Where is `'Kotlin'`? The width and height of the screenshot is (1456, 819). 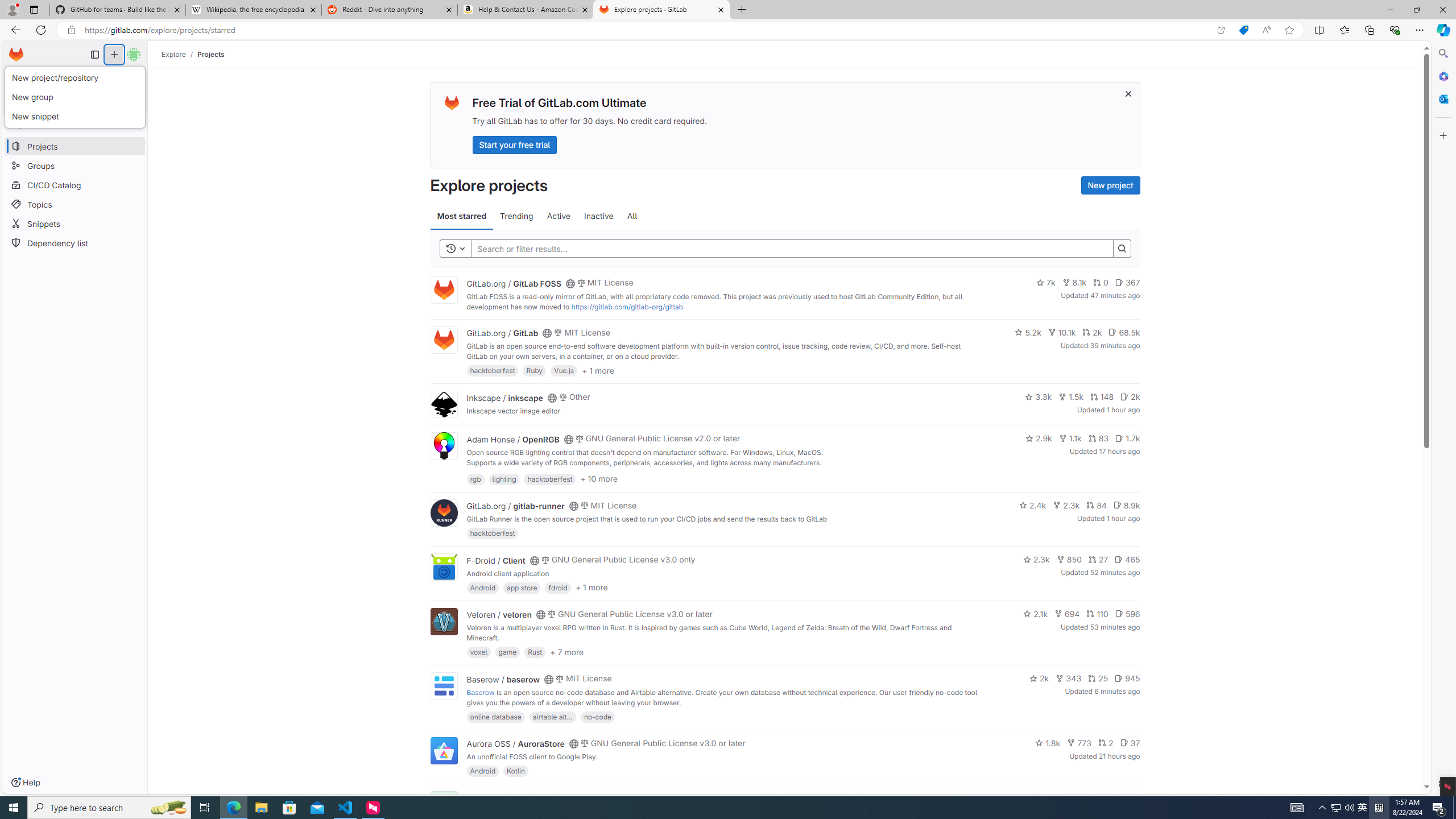
'Kotlin' is located at coordinates (515, 771).